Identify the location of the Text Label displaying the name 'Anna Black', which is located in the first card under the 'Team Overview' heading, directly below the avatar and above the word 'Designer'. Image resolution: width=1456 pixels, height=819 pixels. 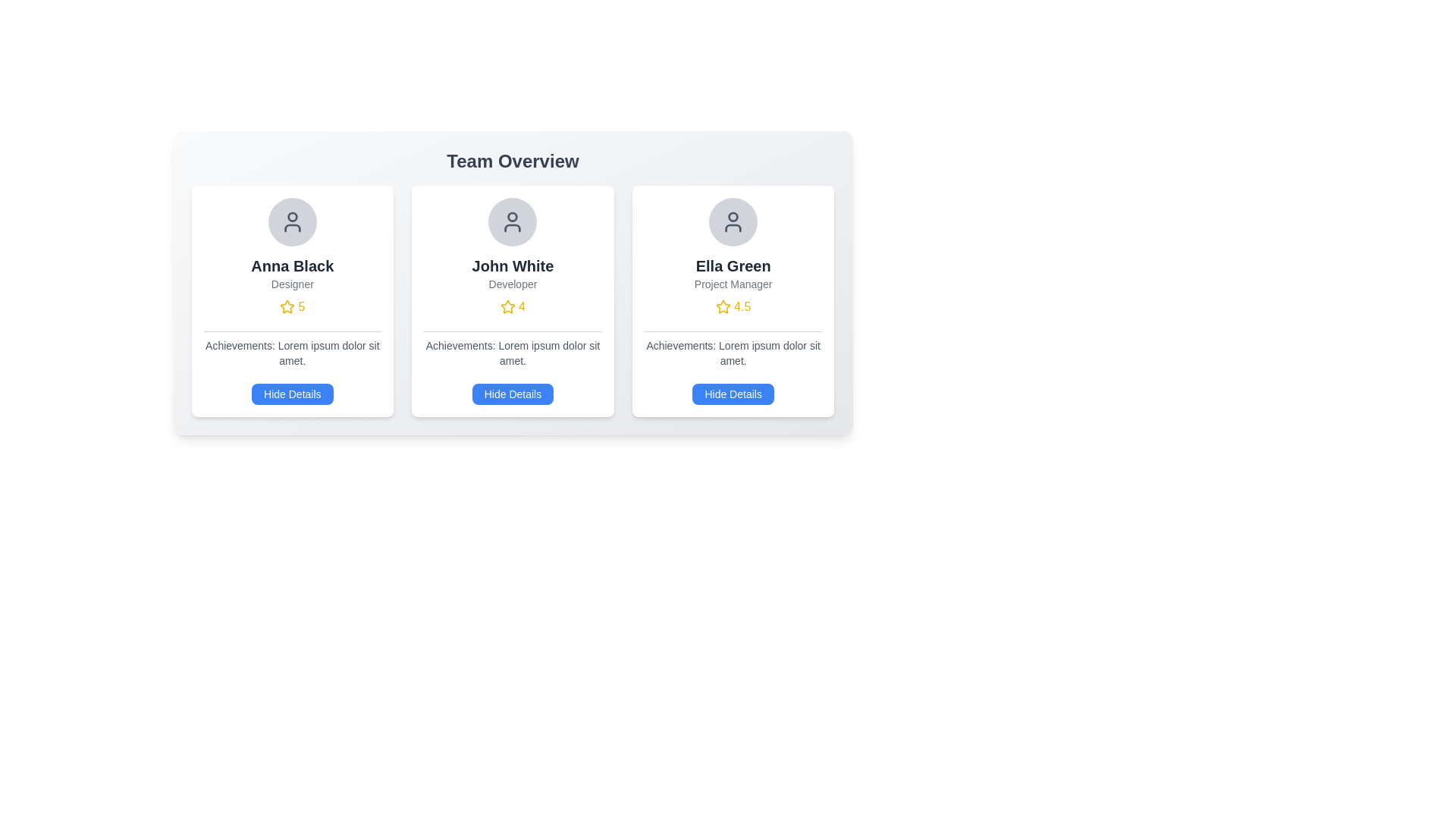
(292, 265).